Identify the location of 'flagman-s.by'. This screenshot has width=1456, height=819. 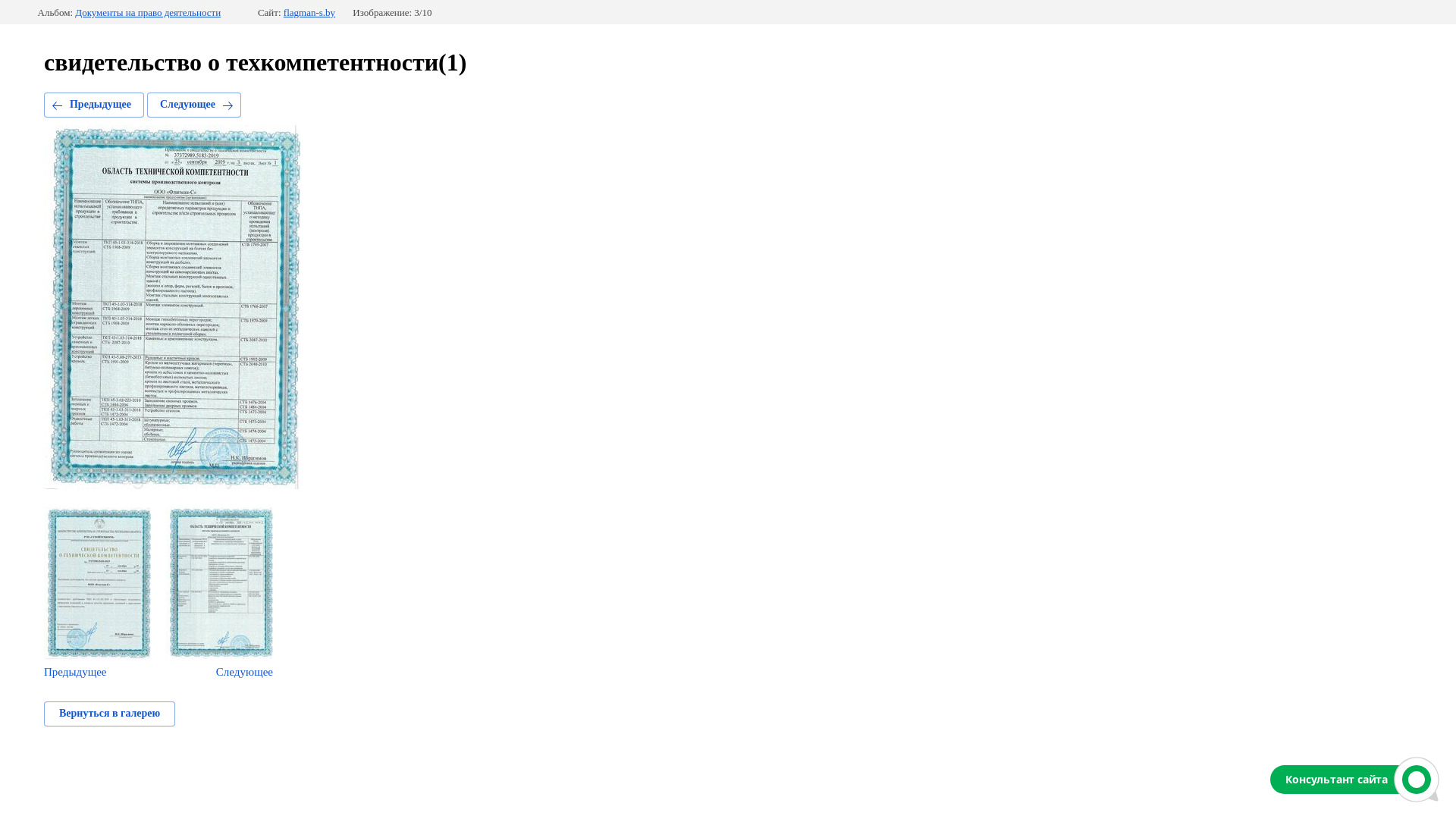
(284, 12).